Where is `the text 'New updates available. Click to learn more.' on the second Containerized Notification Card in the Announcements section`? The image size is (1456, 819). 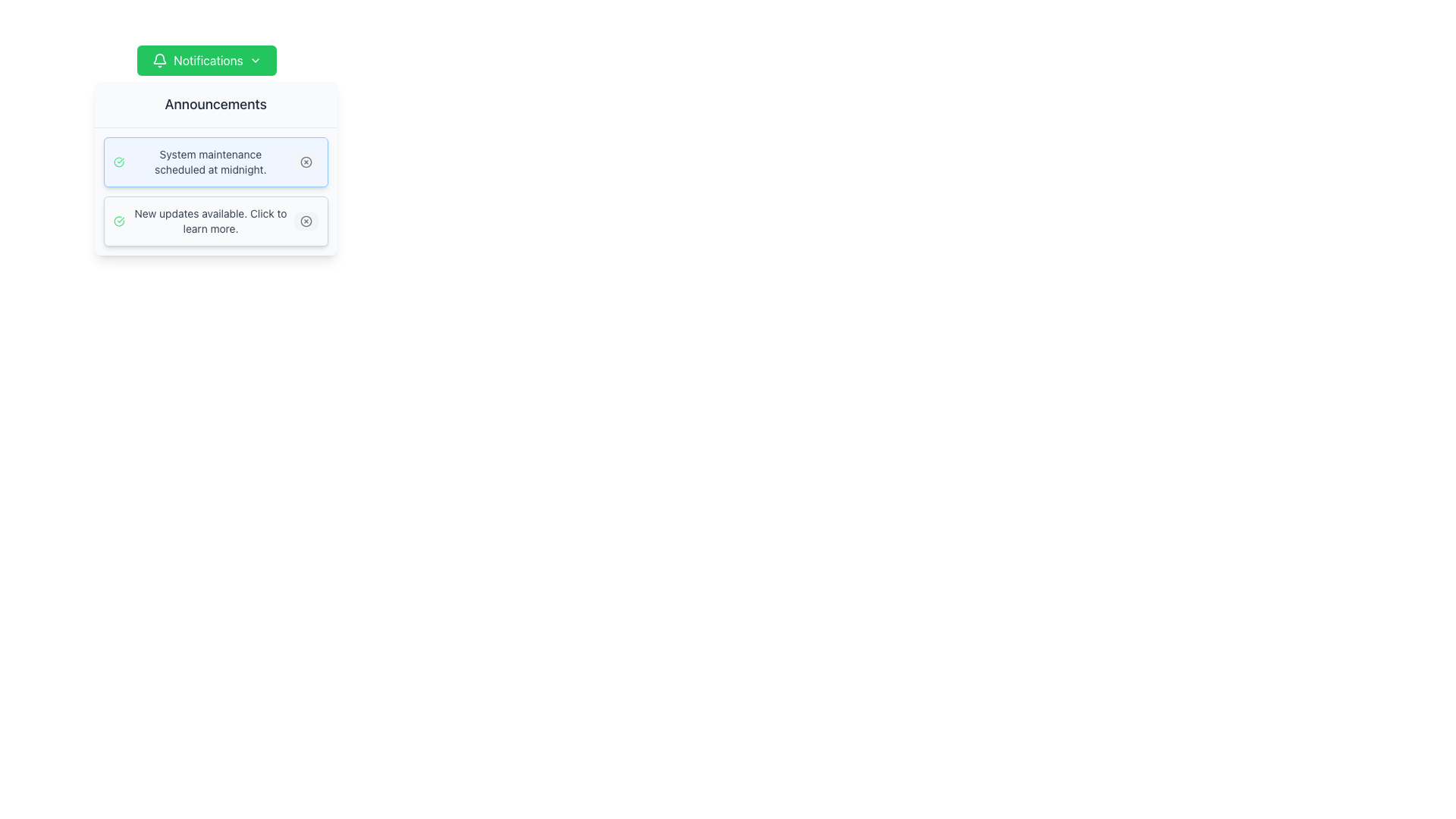
the text 'New updates available. Click to learn more.' on the second Containerized Notification Card in the Announcements section is located at coordinates (215, 221).